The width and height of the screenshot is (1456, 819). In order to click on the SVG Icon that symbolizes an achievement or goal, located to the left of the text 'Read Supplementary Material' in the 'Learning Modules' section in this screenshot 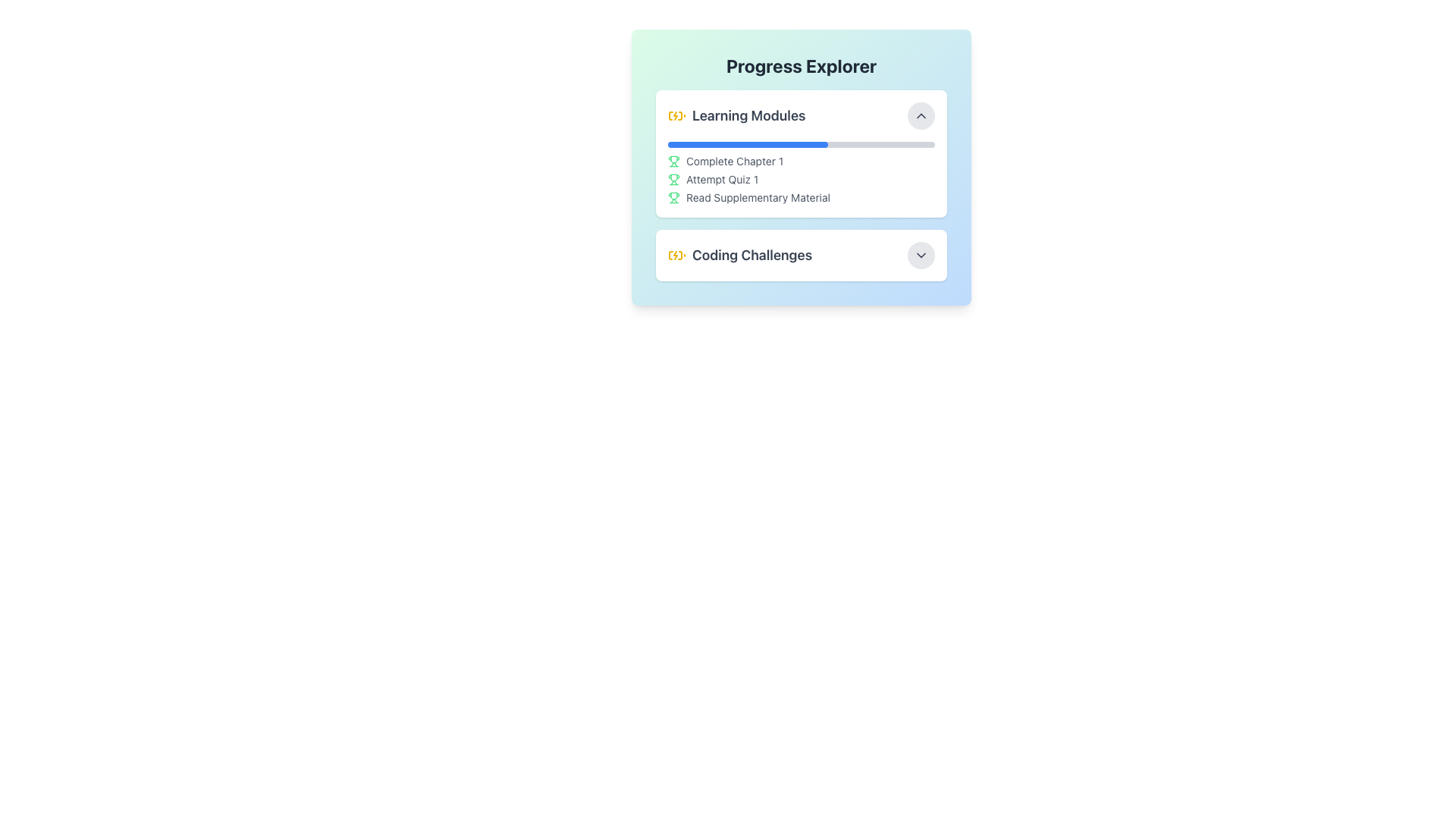, I will do `click(673, 195)`.